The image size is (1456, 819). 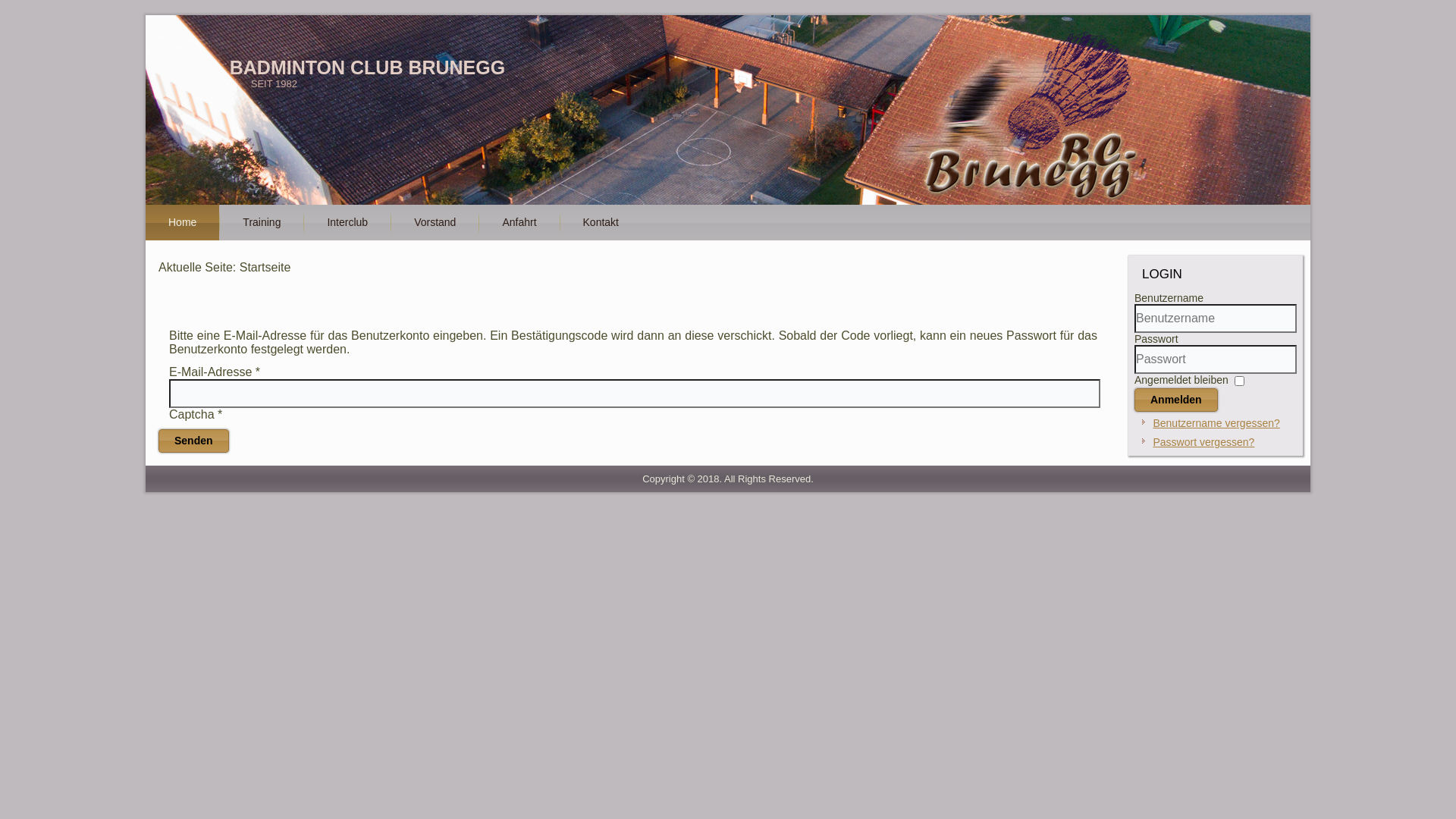 What do you see at coordinates (346, 222) in the screenshot?
I see `'Interclub'` at bounding box center [346, 222].